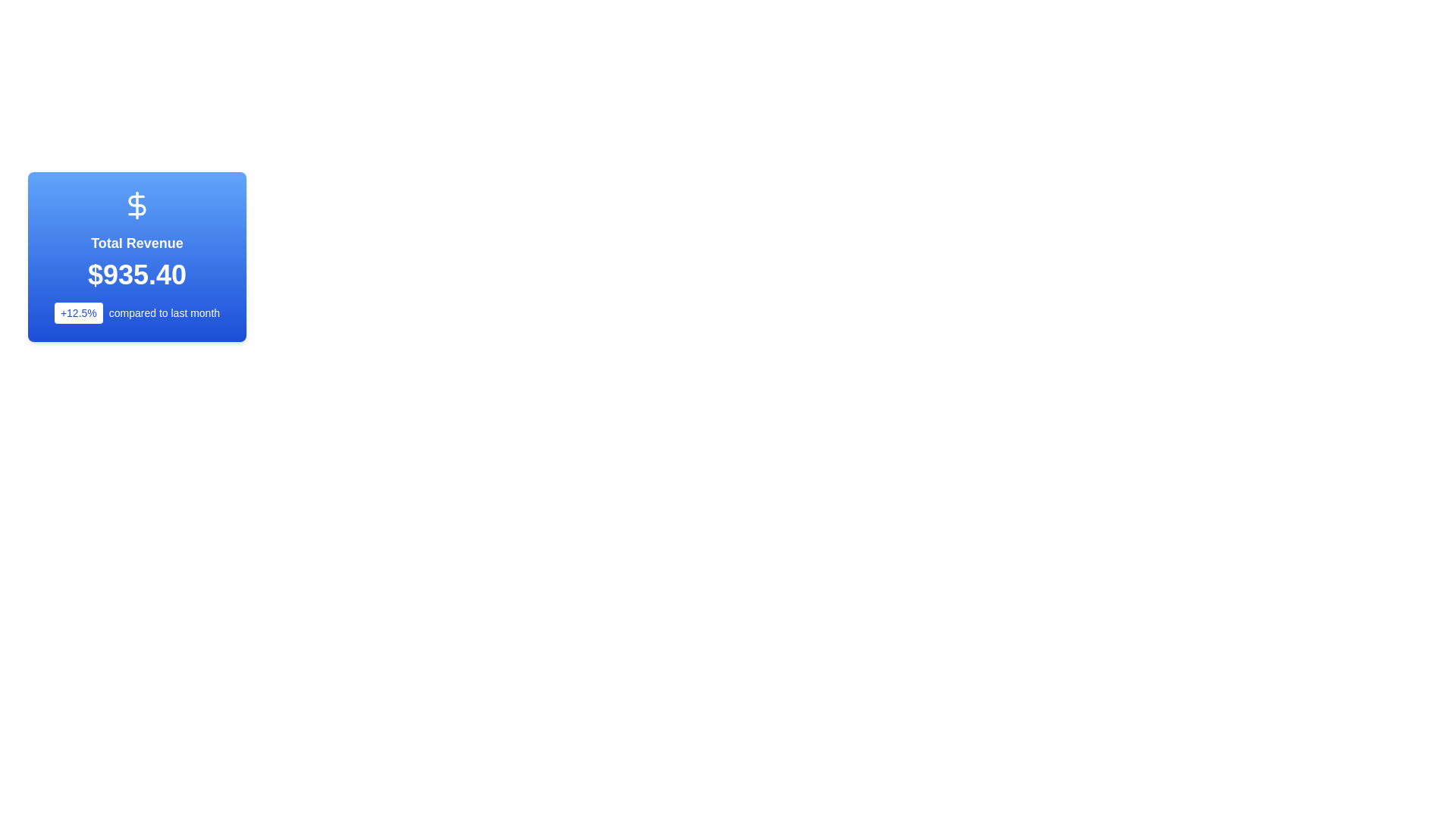 The image size is (1456, 819). What do you see at coordinates (137, 275) in the screenshot?
I see `the bold, large, white text displaying the value '$935.40', which is located beneath the 'Total Revenue' heading inside a card-like section, centered within it` at bounding box center [137, 275].